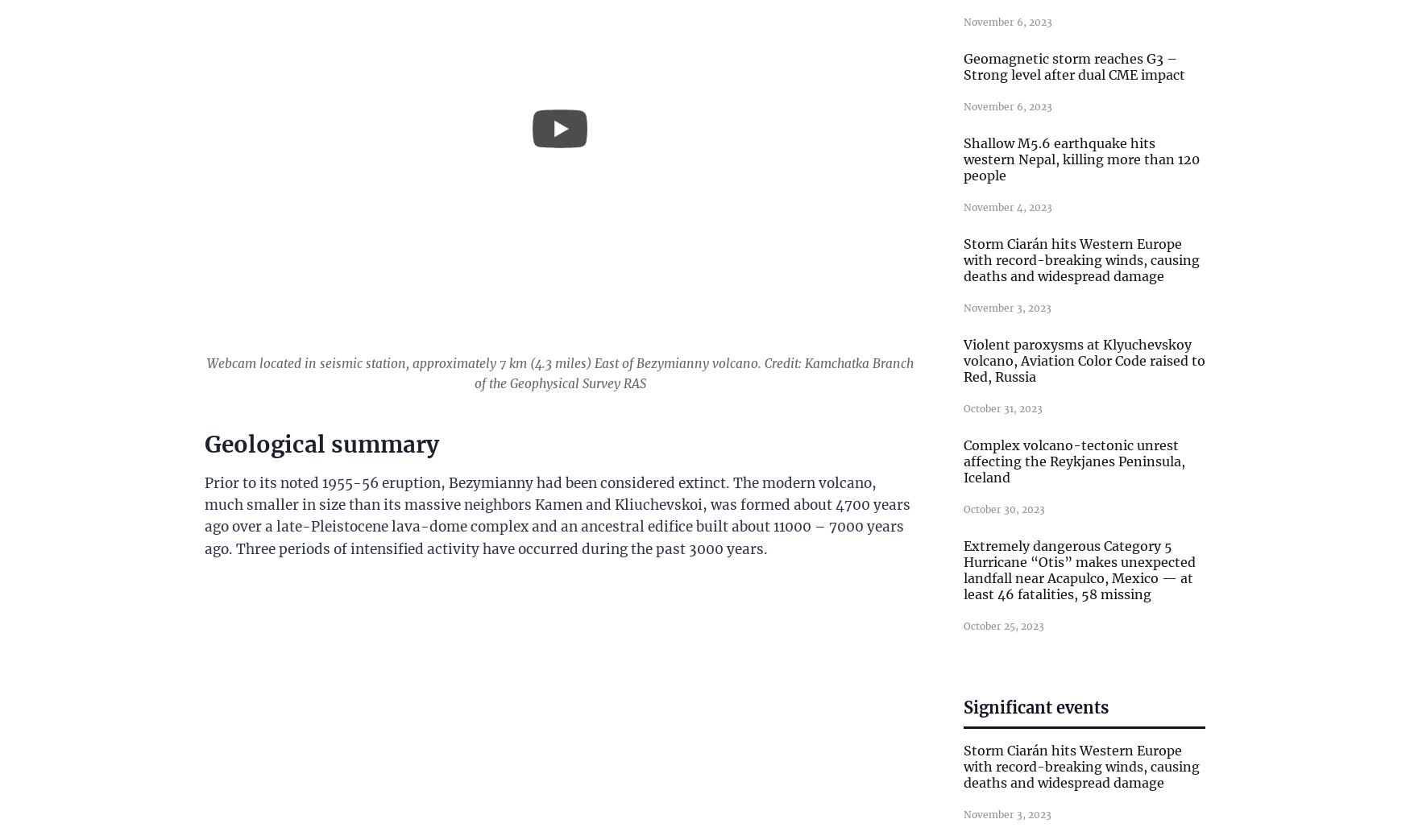  What do you see at coordinates (963, 67) in the screenshot?
I see `'Geomagnetic storm reaches G3 – Strong level after dual CME impact'` at bounding box center [963, 67].